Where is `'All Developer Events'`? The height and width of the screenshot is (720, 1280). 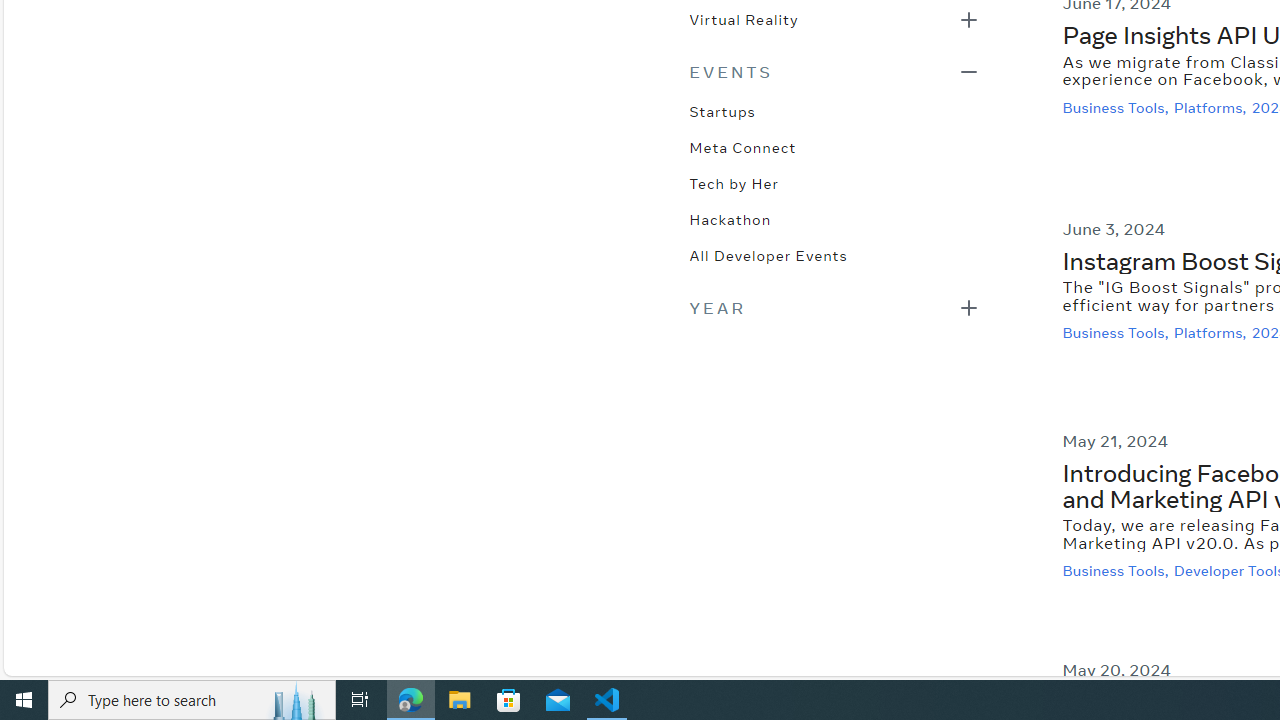 'All Developer Events' is located at coordinates (767, 253).